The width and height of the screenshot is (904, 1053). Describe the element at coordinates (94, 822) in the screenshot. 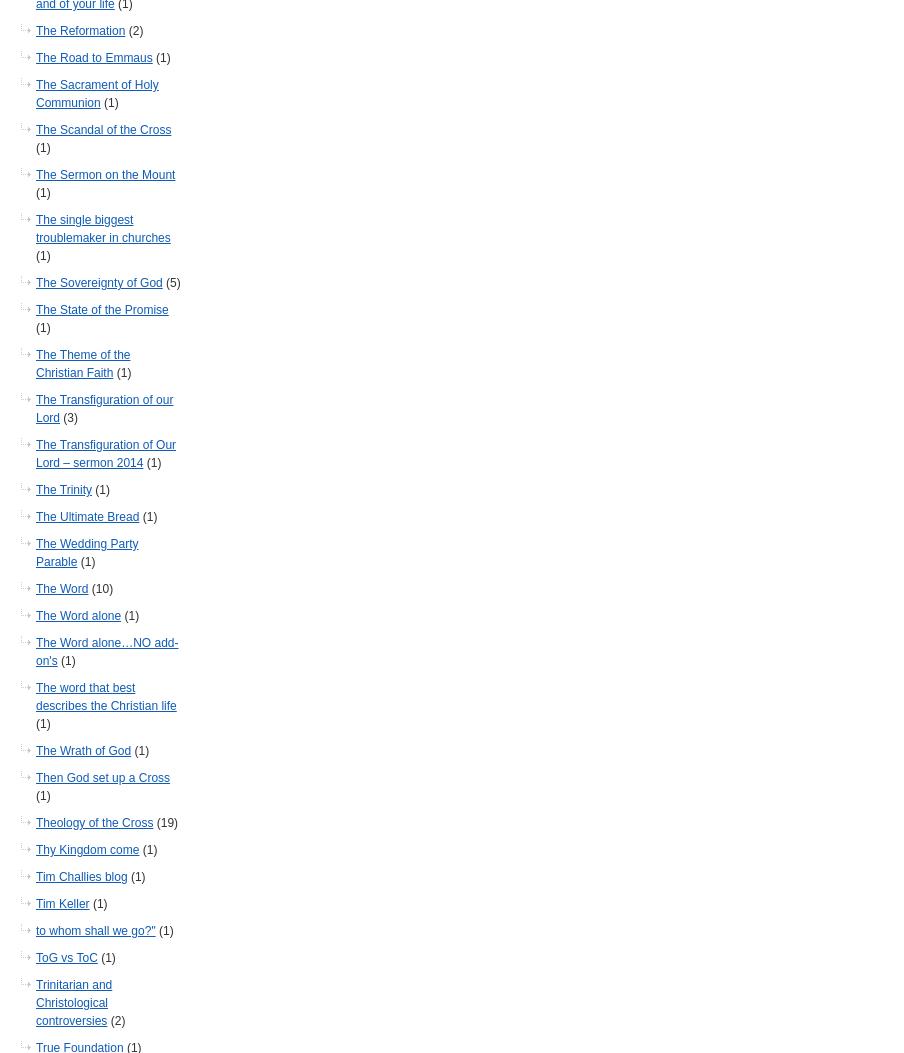

I see `'Theology of the Cross'` at that location.